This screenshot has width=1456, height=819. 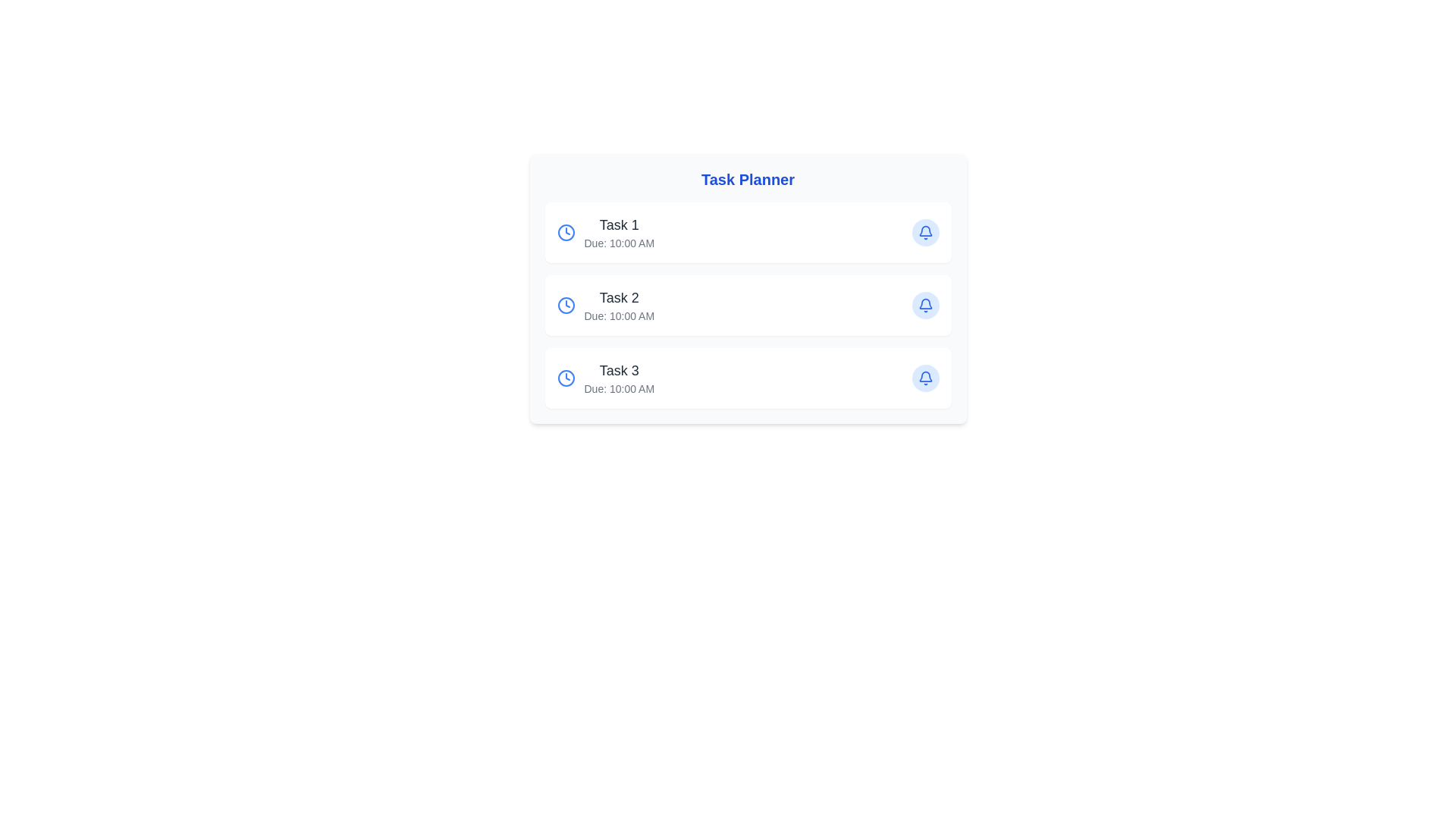 I want to click on the circular blue button with a bell icon located in the first task row labeled 'Task 1', so click(x=924, y=233).